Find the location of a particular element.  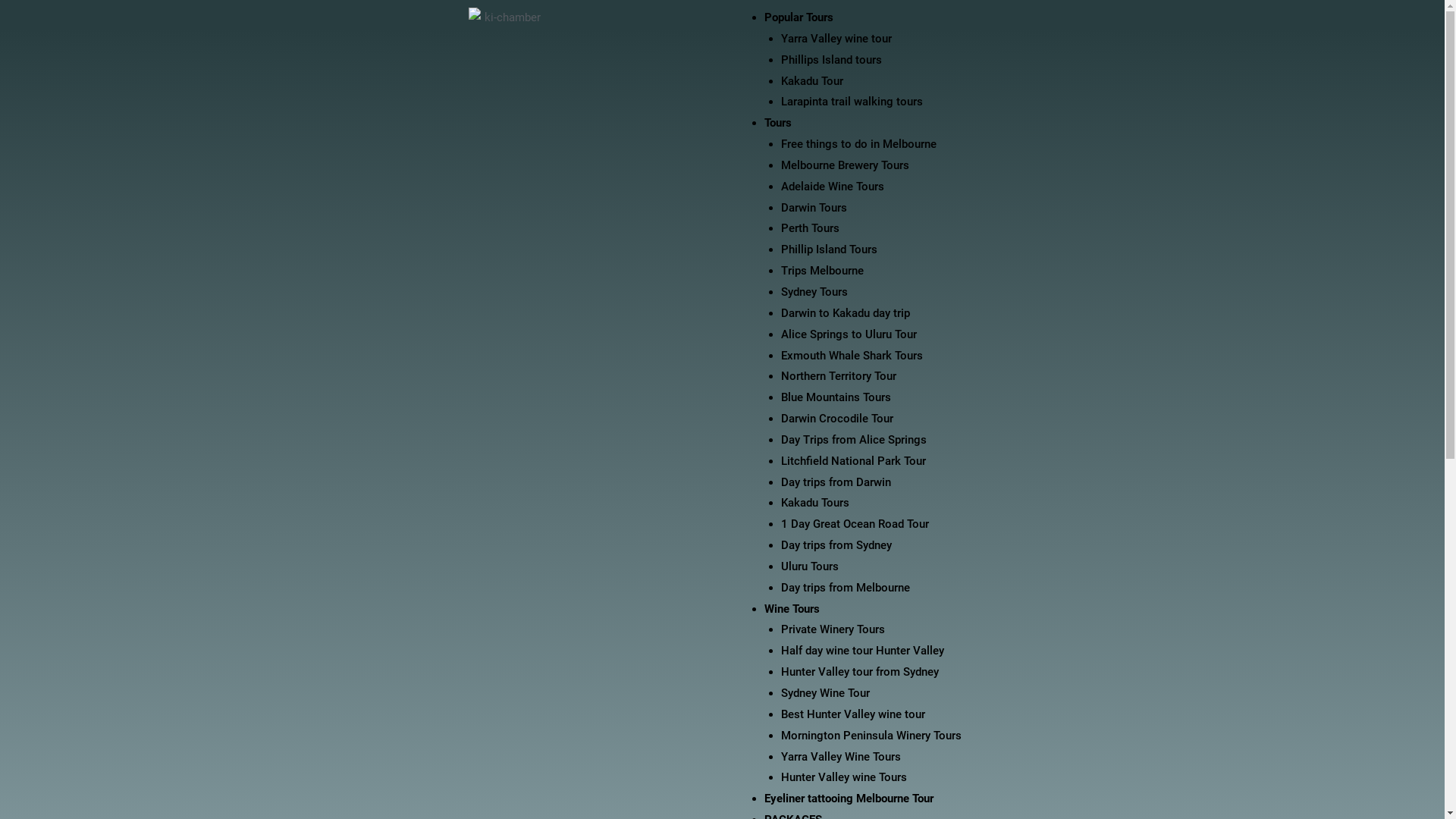

'Adelaide Wine Tours' is located at coordinates (832, 186).